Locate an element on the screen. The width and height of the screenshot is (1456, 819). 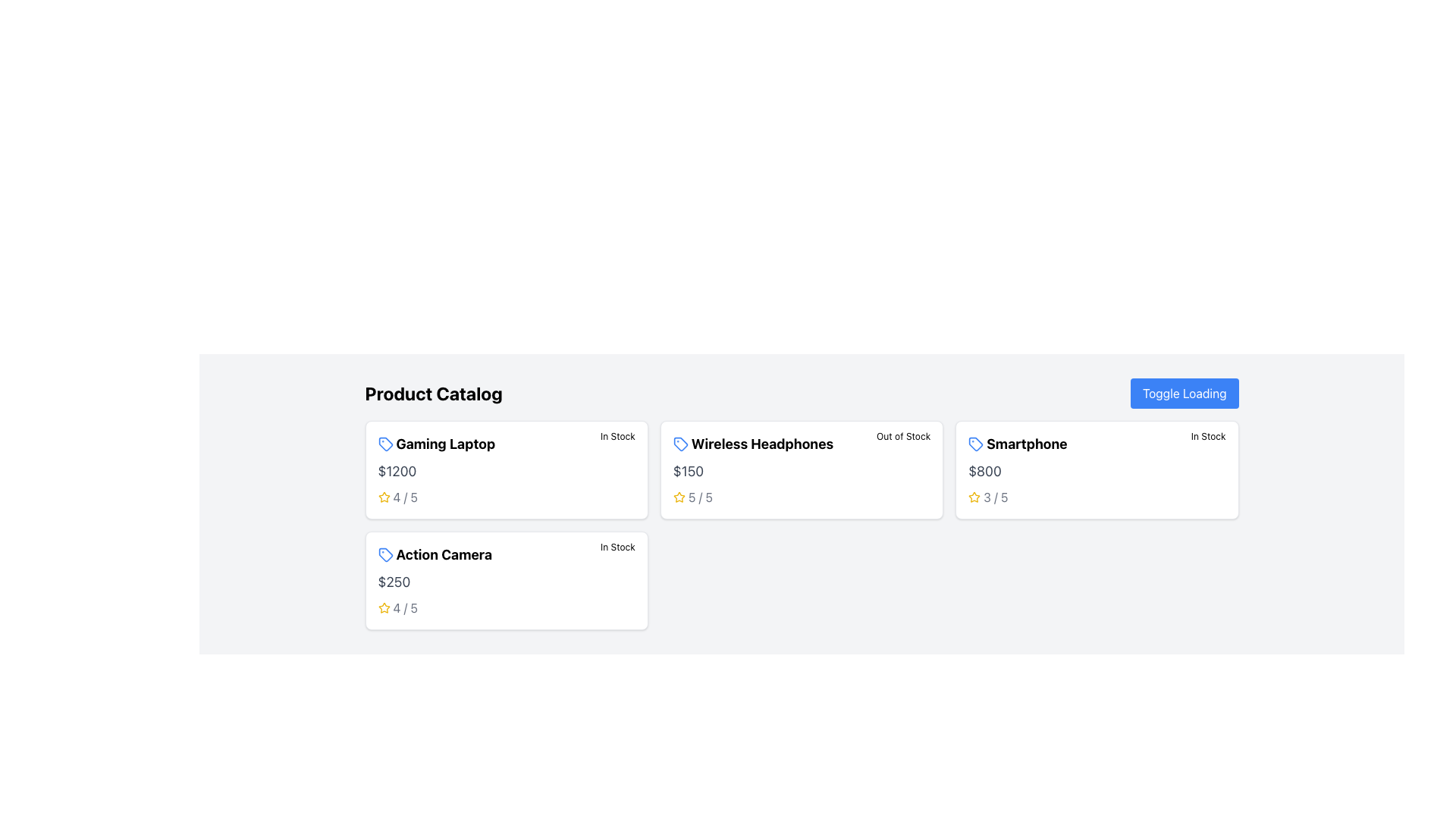
the 'In Stock' label indicating the availability status of the 'Smartphone' product, located at the top right corner of the product card is located at coordinates (1207, 436).